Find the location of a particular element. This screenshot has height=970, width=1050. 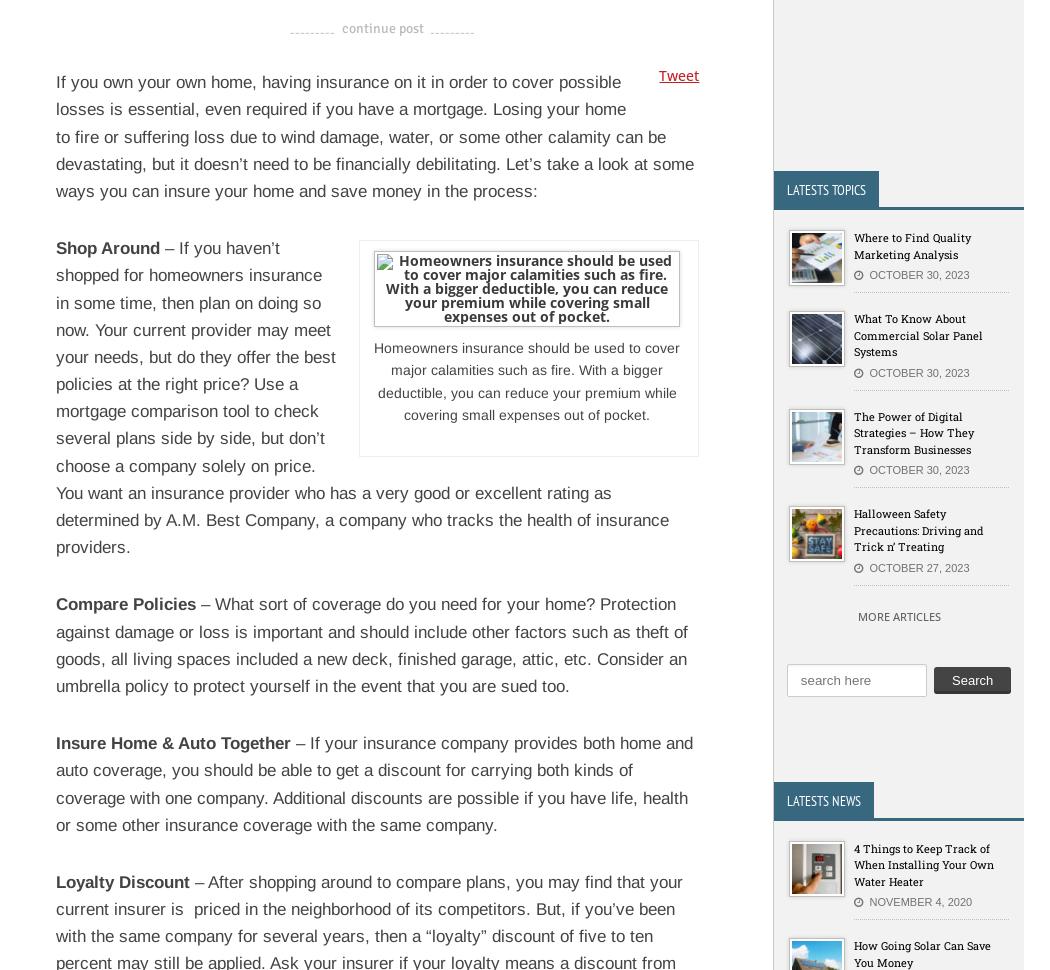

'Latests News' is located at coordinates (823, 799).